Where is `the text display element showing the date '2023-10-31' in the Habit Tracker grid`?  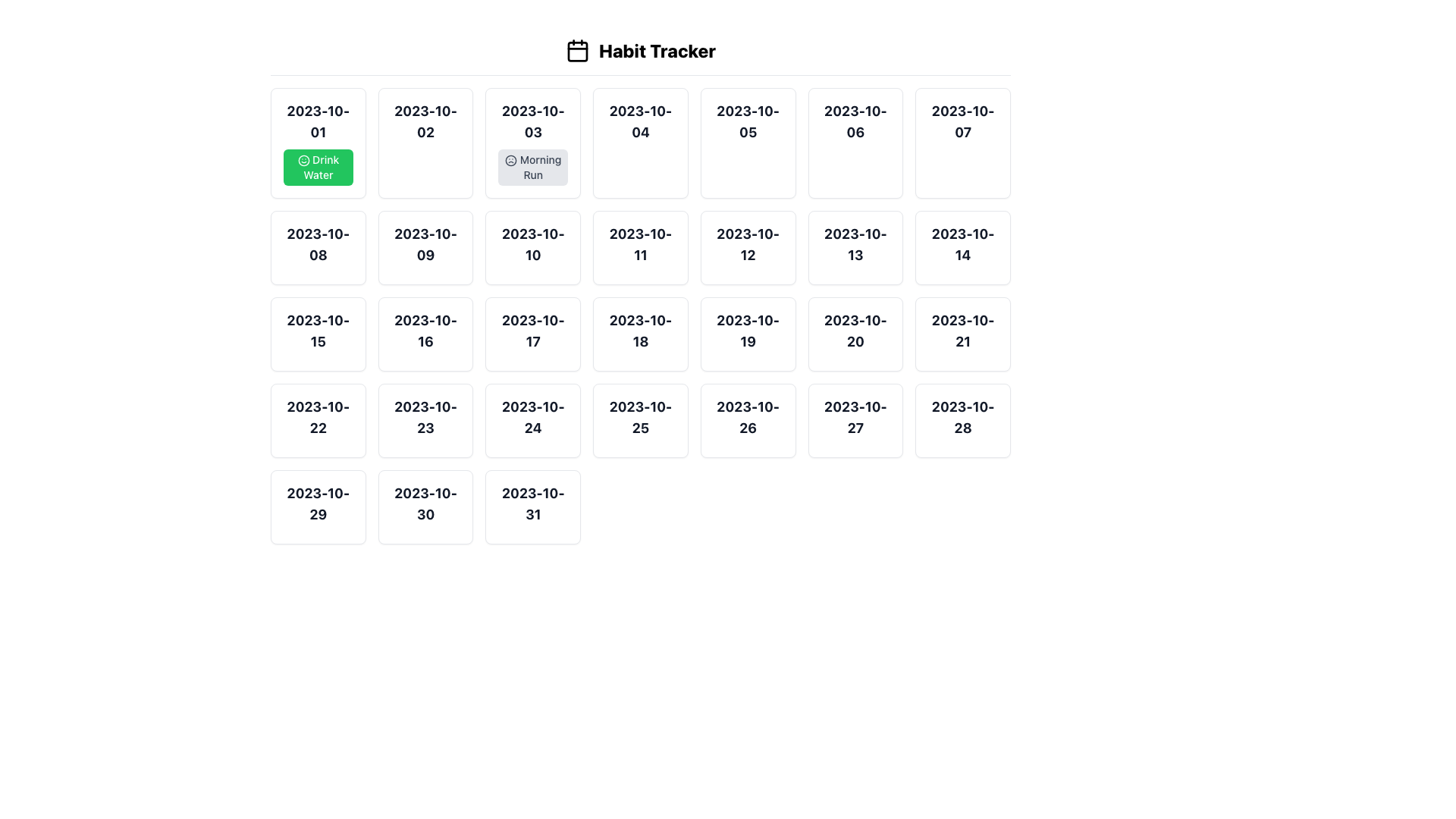
the text display element showing the date '2023-10-31' in the Habit Tracker grid is located at coordinates (533, 507).